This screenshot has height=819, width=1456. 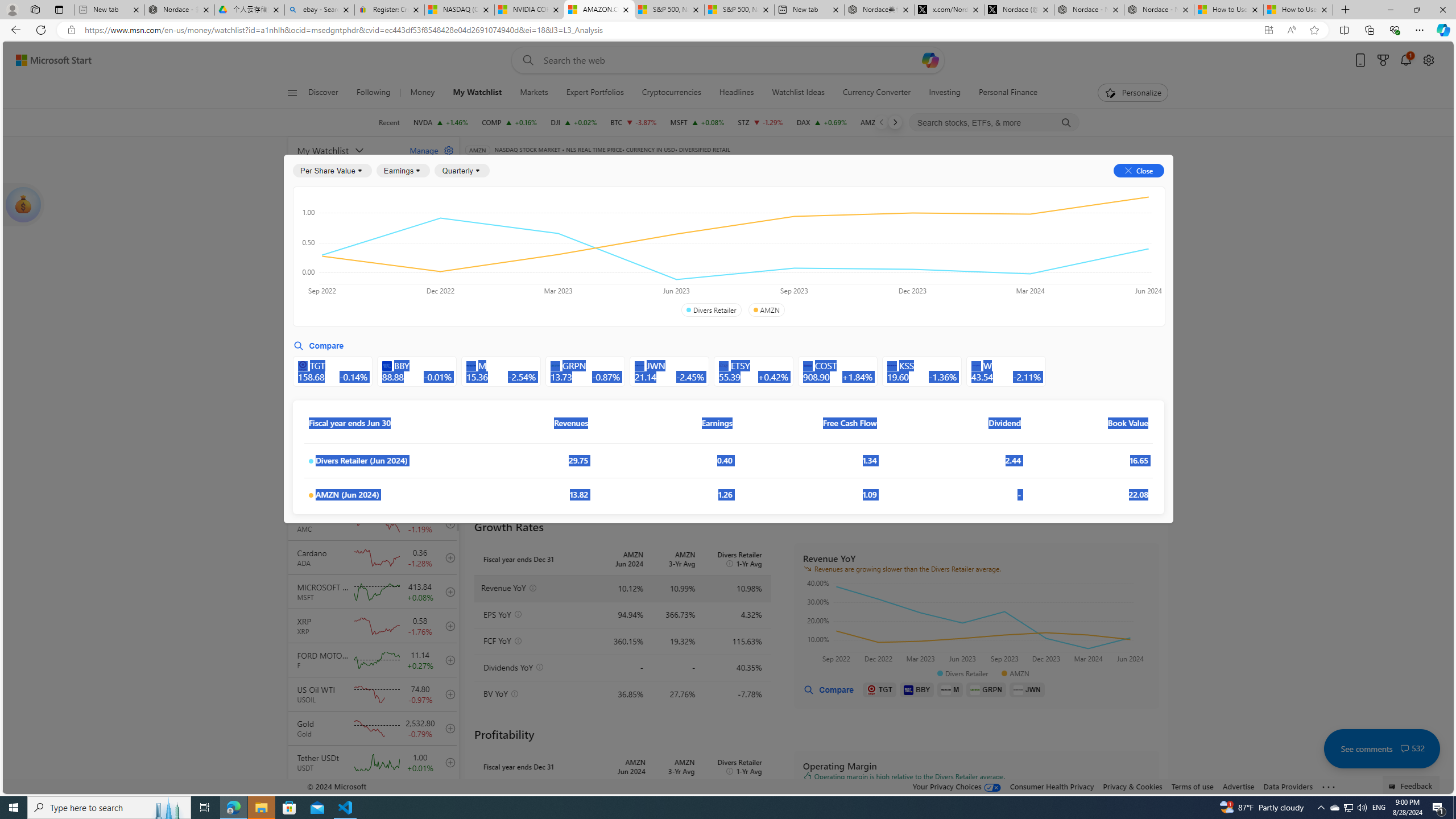 I want to click on 'Class: feedback_link_icon-DS-EntryPoint1-1', so click(x=1393, y=786).